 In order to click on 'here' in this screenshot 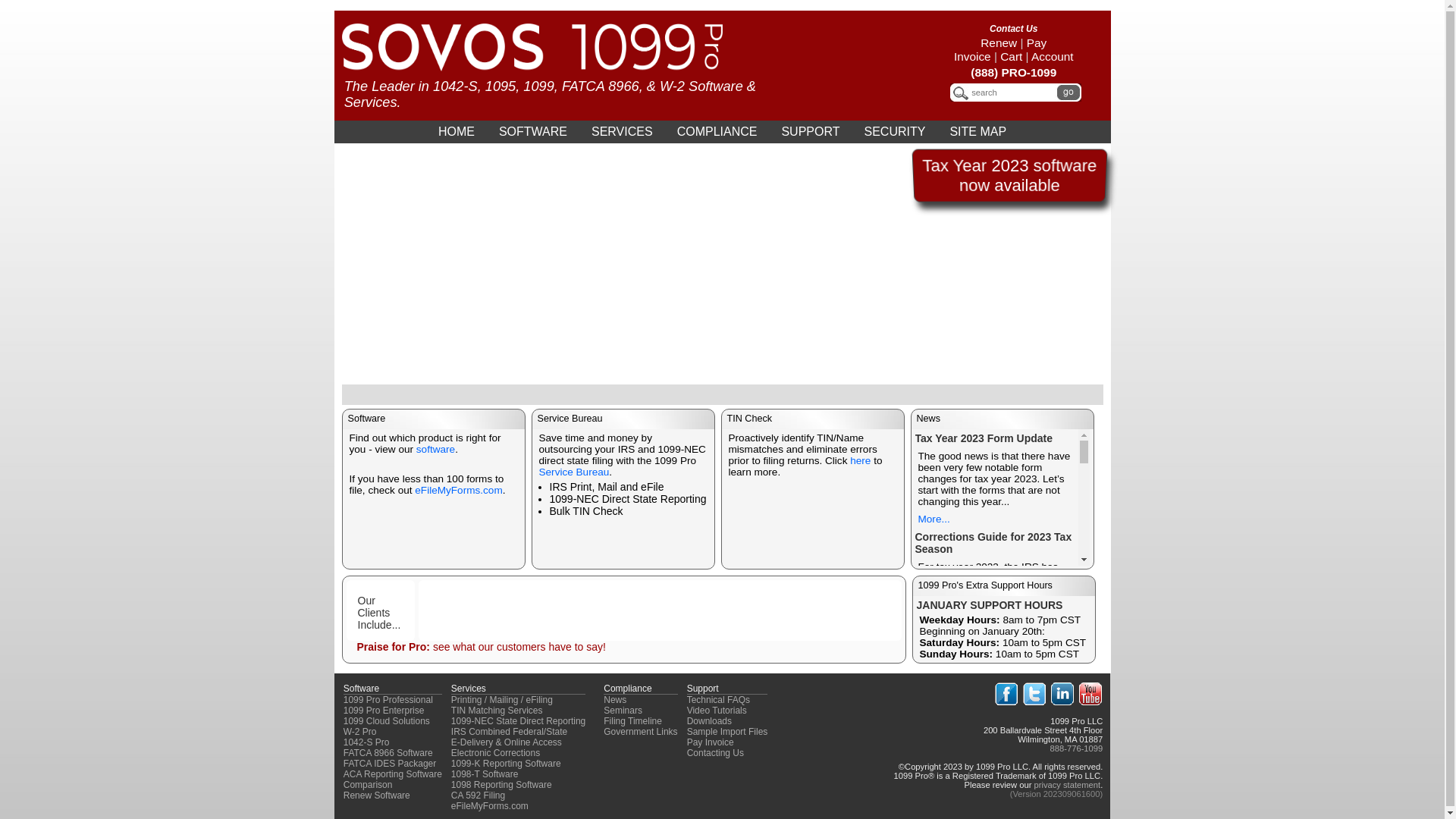, I will do `click(860, 460)`.